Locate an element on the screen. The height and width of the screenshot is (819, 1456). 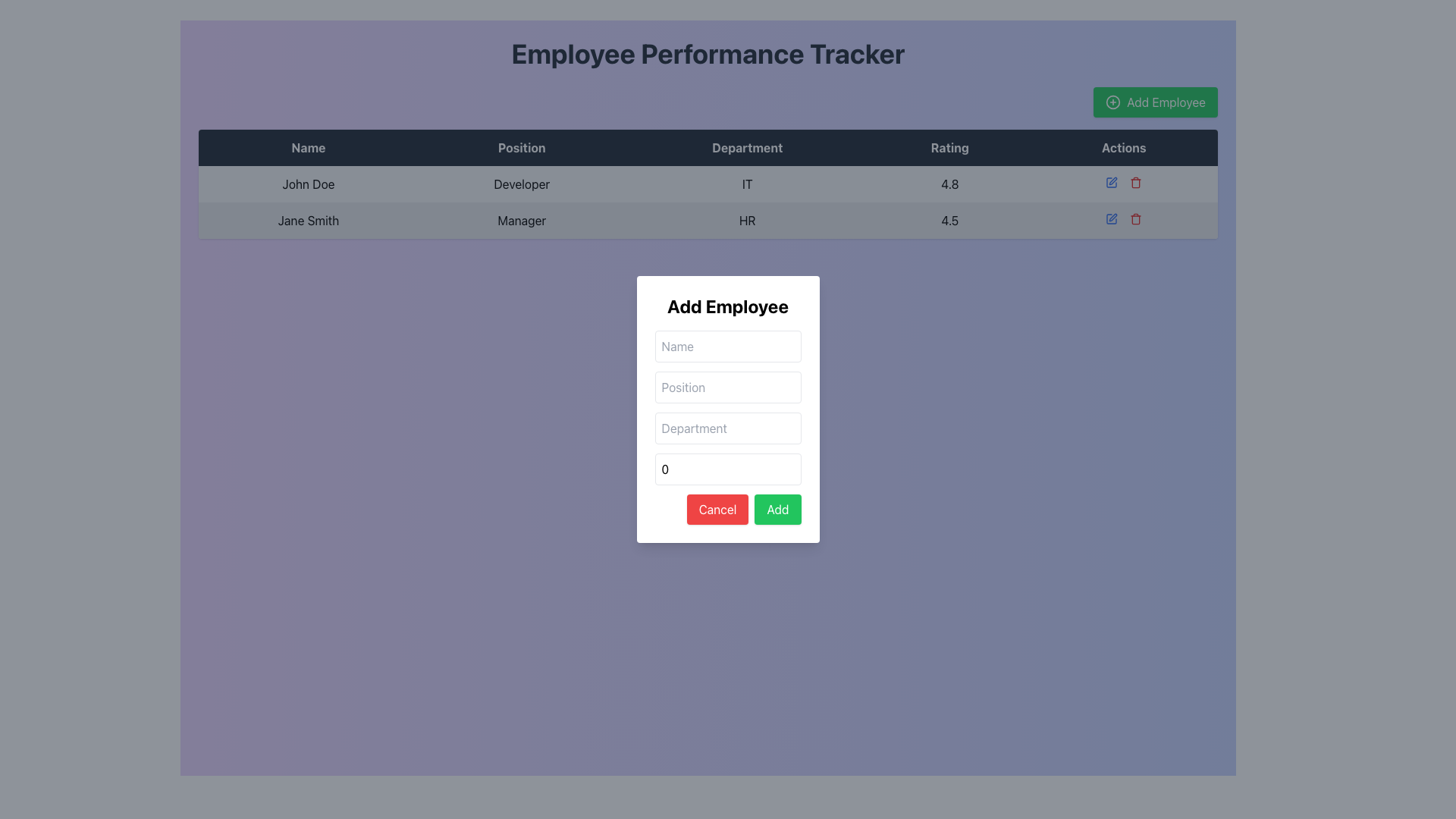
the delete button located in the first row of the table under the 'Actions' column is located at coordinates (1136, 181).